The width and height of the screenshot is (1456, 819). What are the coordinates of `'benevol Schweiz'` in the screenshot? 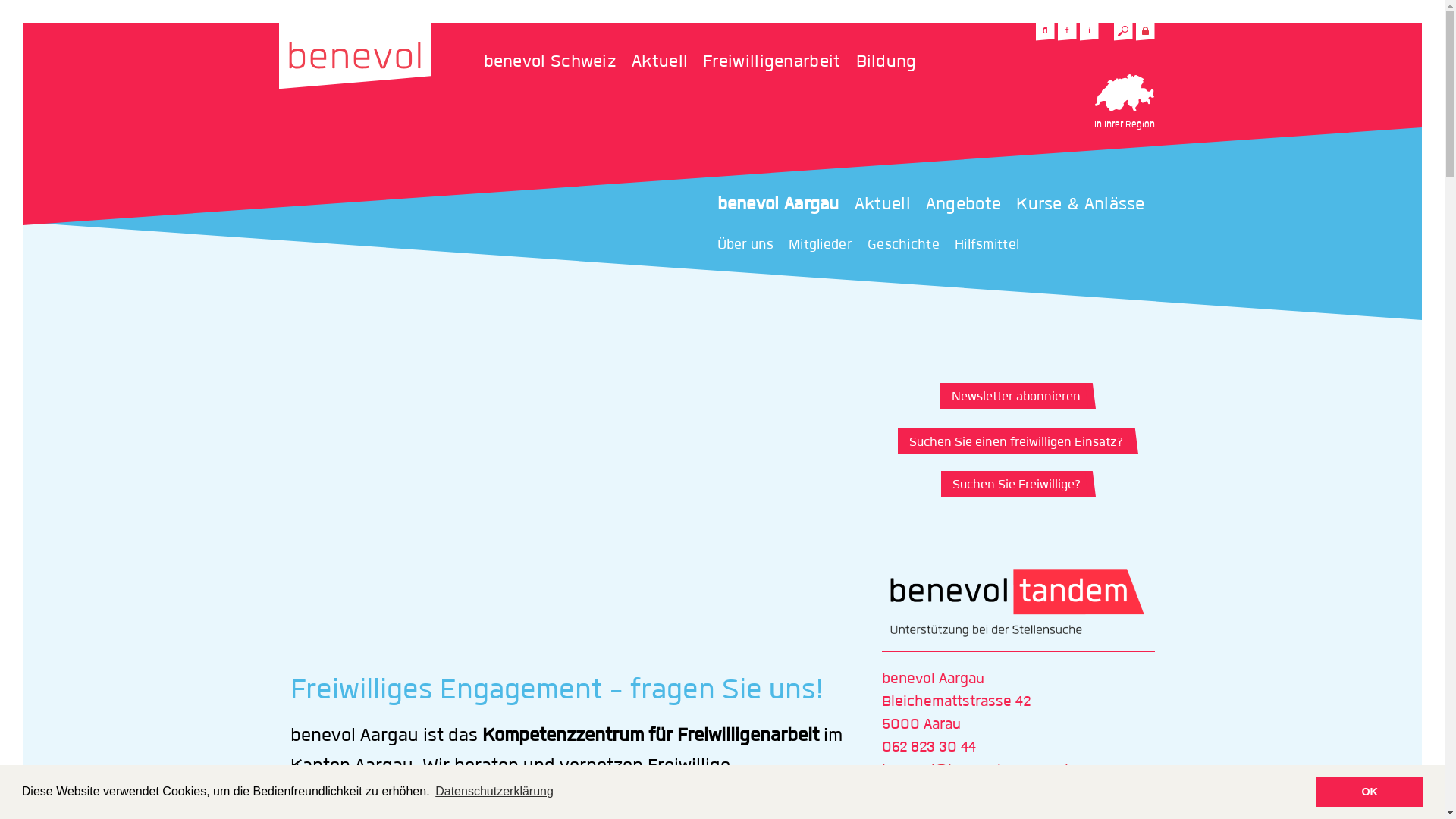 It's located at (483, 61).